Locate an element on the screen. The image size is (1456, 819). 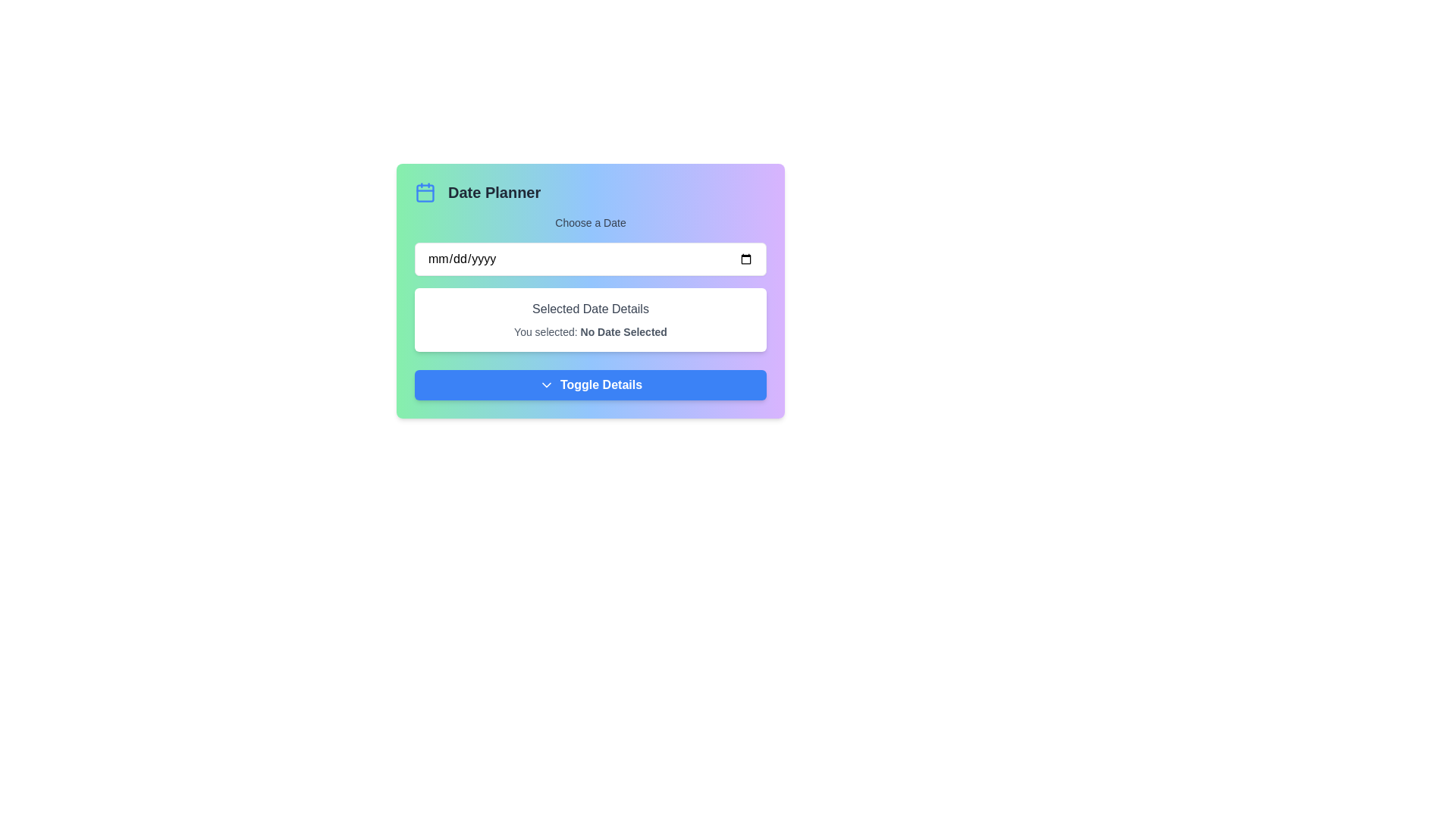
the Date picker input field located in the 'Date Planner' section is located at coordinates (589, 245).